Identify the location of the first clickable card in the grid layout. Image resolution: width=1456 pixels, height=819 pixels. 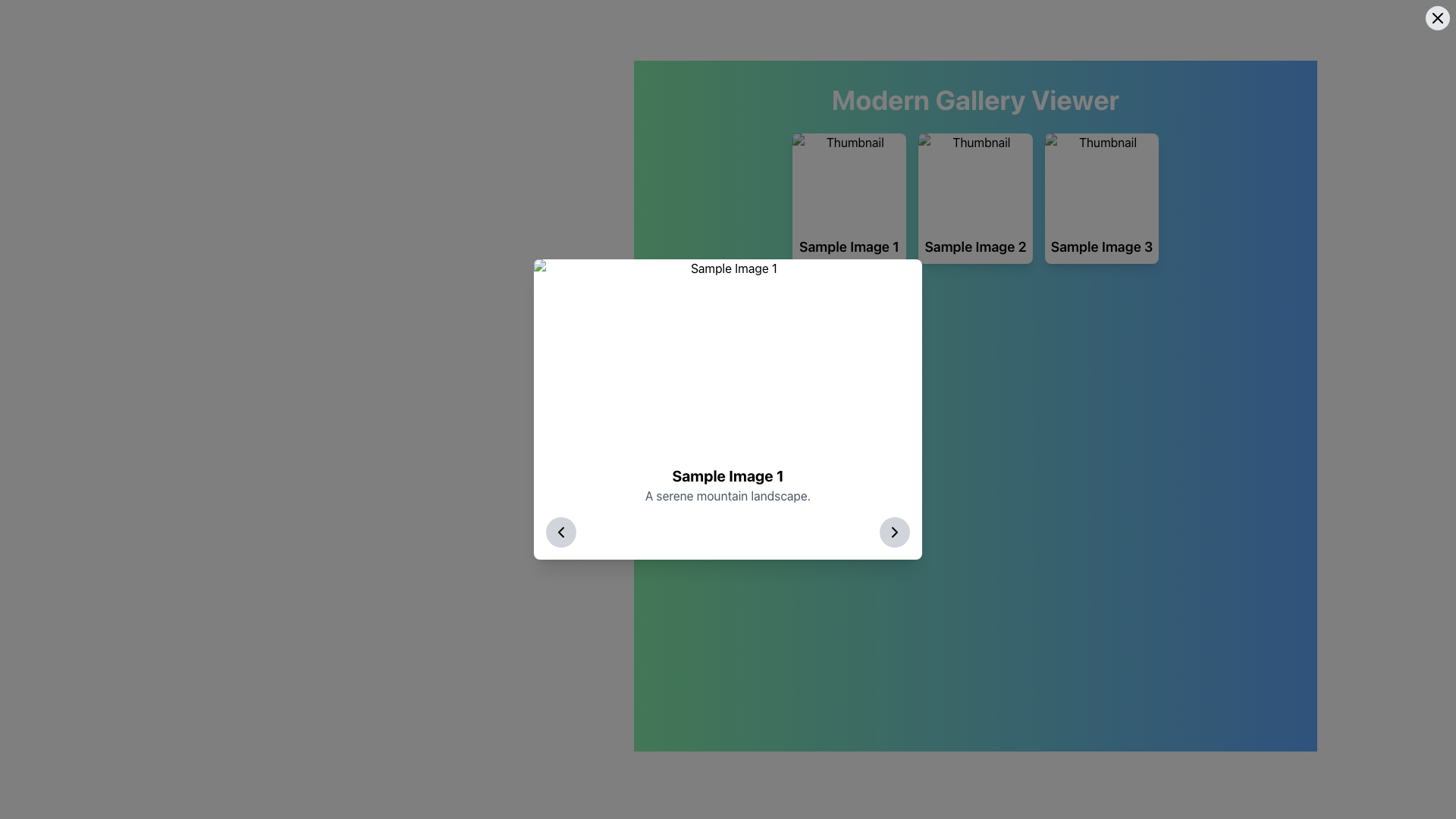
(847, 198).